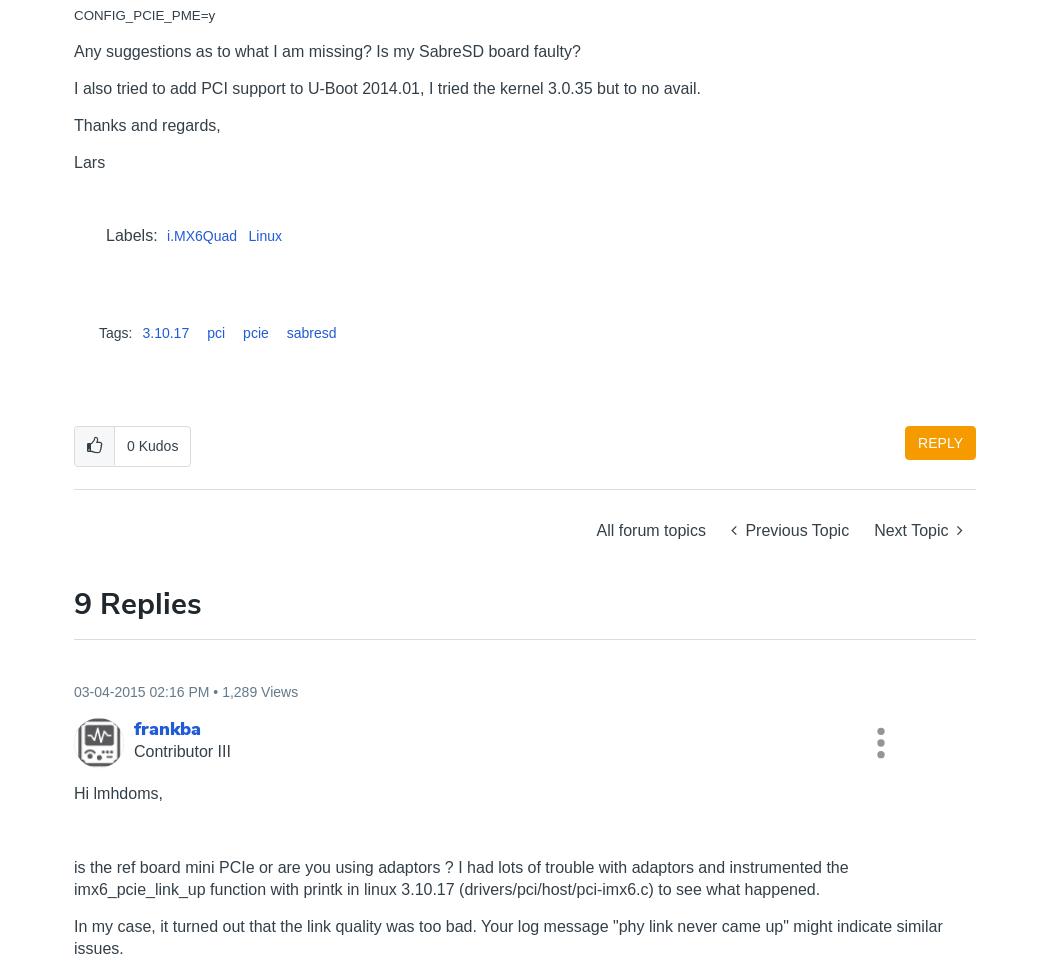  I want to click on 'sabresd', so click(285, 333).